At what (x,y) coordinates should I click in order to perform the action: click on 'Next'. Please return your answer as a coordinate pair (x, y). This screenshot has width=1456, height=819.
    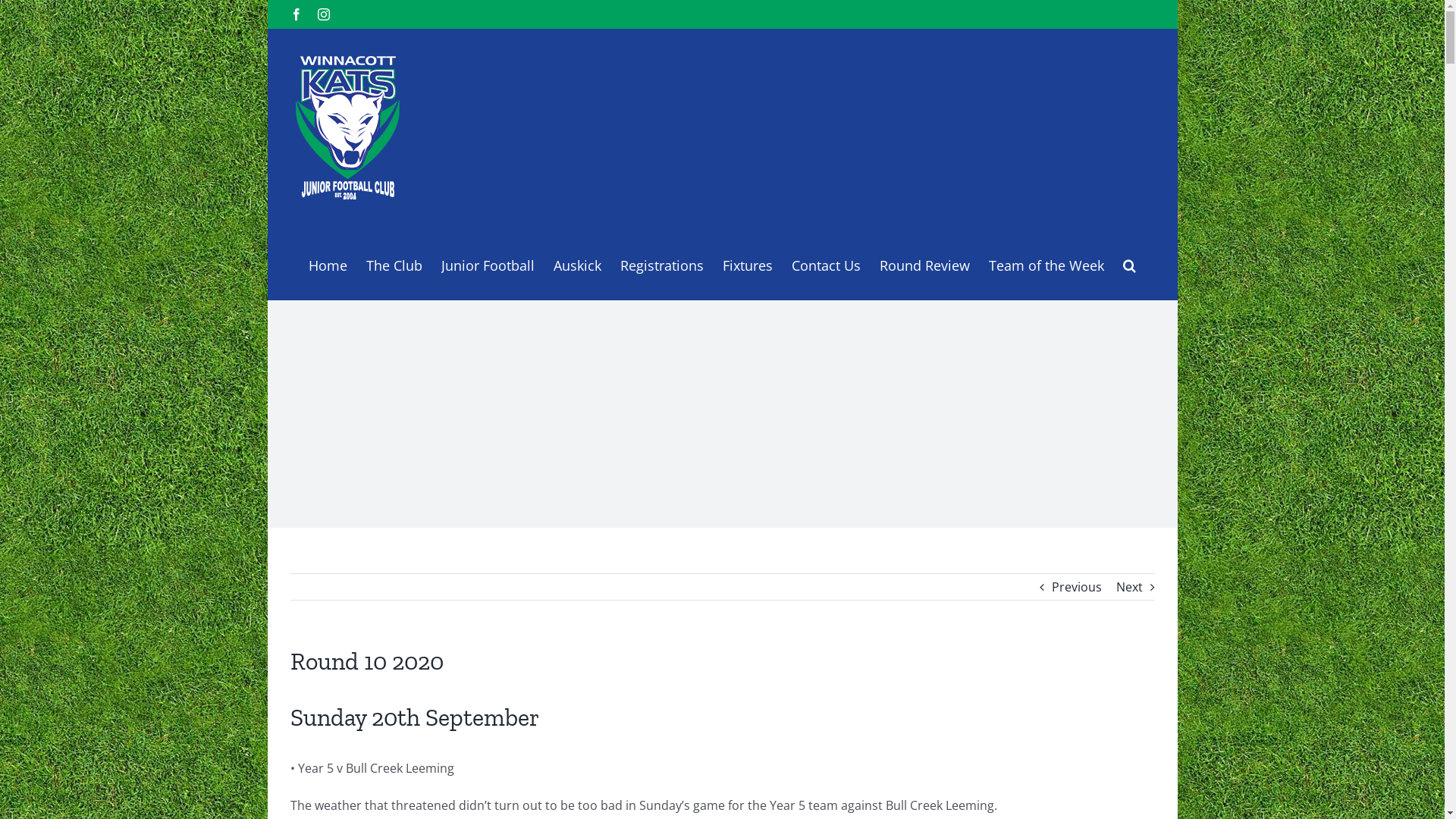
    Looking at the image, I should click on (1129, 586).